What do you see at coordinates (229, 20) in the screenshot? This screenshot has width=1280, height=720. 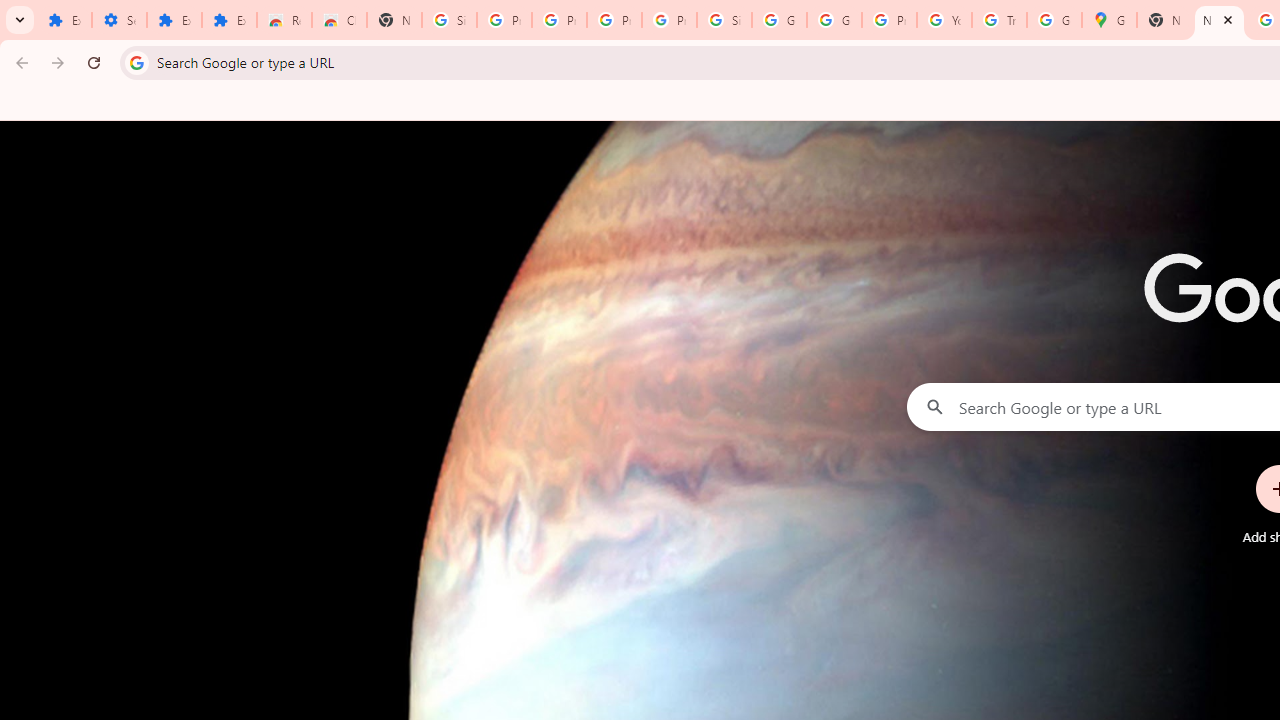 I see `'Extensions'` at bounding box center [229, 20].